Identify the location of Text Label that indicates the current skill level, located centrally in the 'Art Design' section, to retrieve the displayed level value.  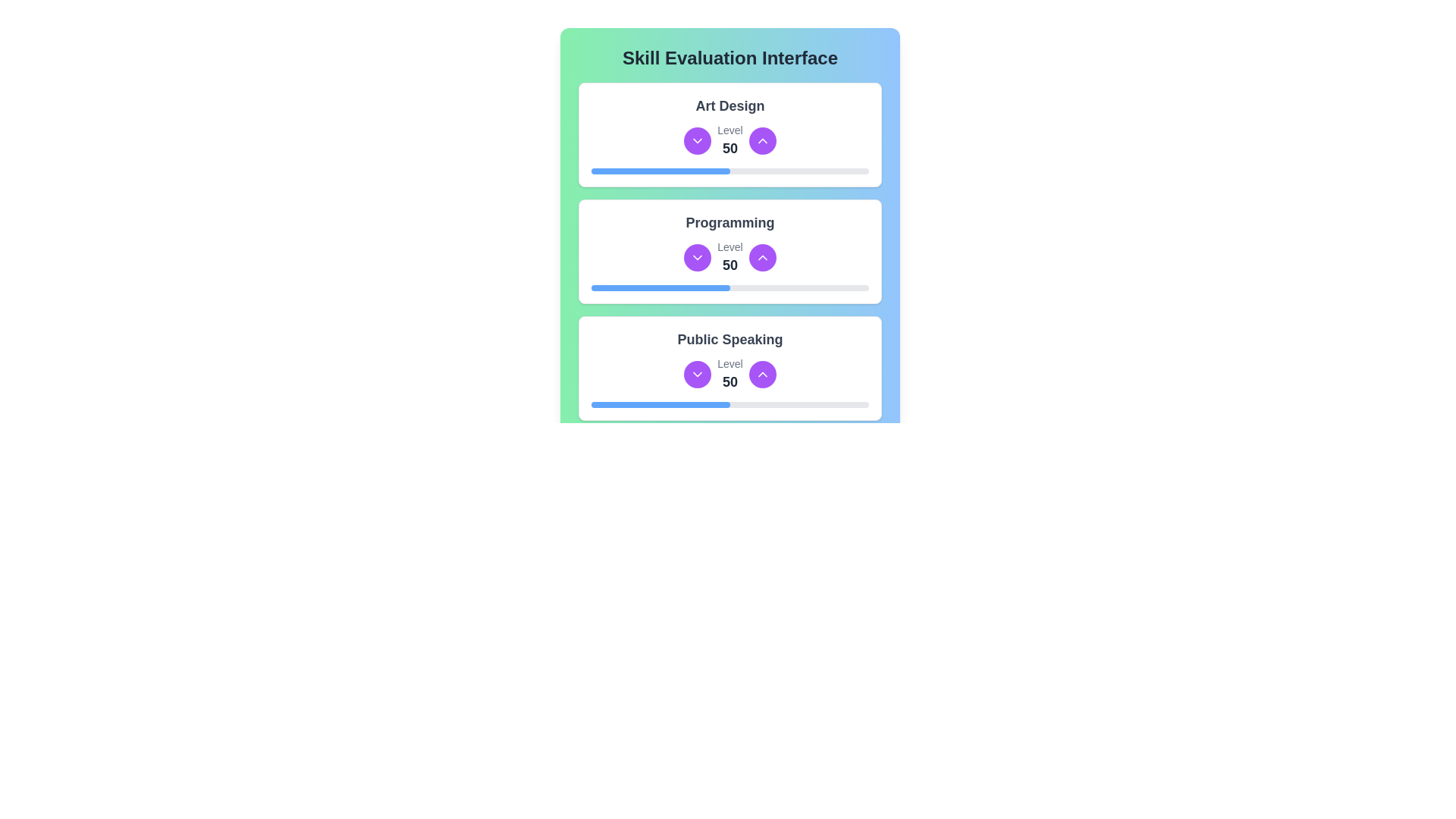
(730, 149).